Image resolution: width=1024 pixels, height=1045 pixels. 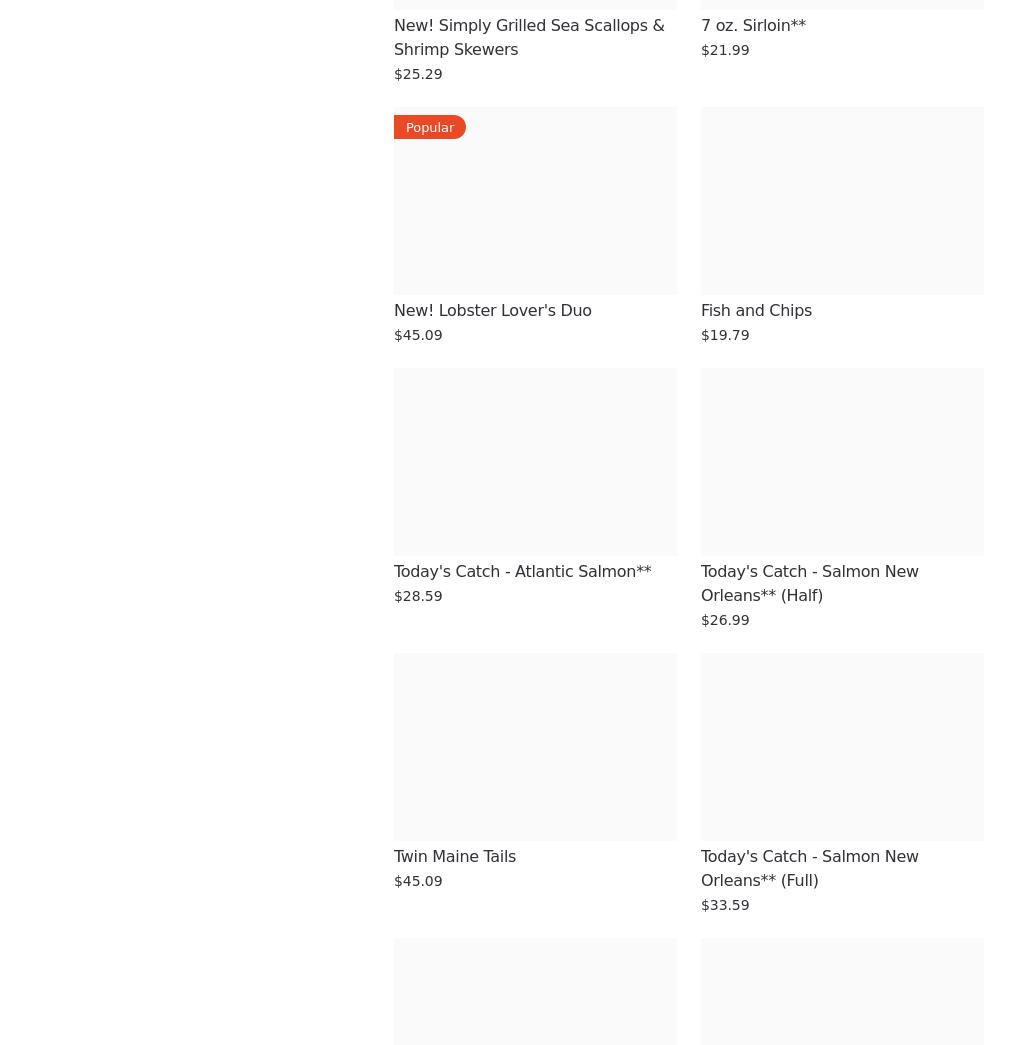 I want to click on 'New! Lobster Lover's Duo', so click(x=491, y=310).